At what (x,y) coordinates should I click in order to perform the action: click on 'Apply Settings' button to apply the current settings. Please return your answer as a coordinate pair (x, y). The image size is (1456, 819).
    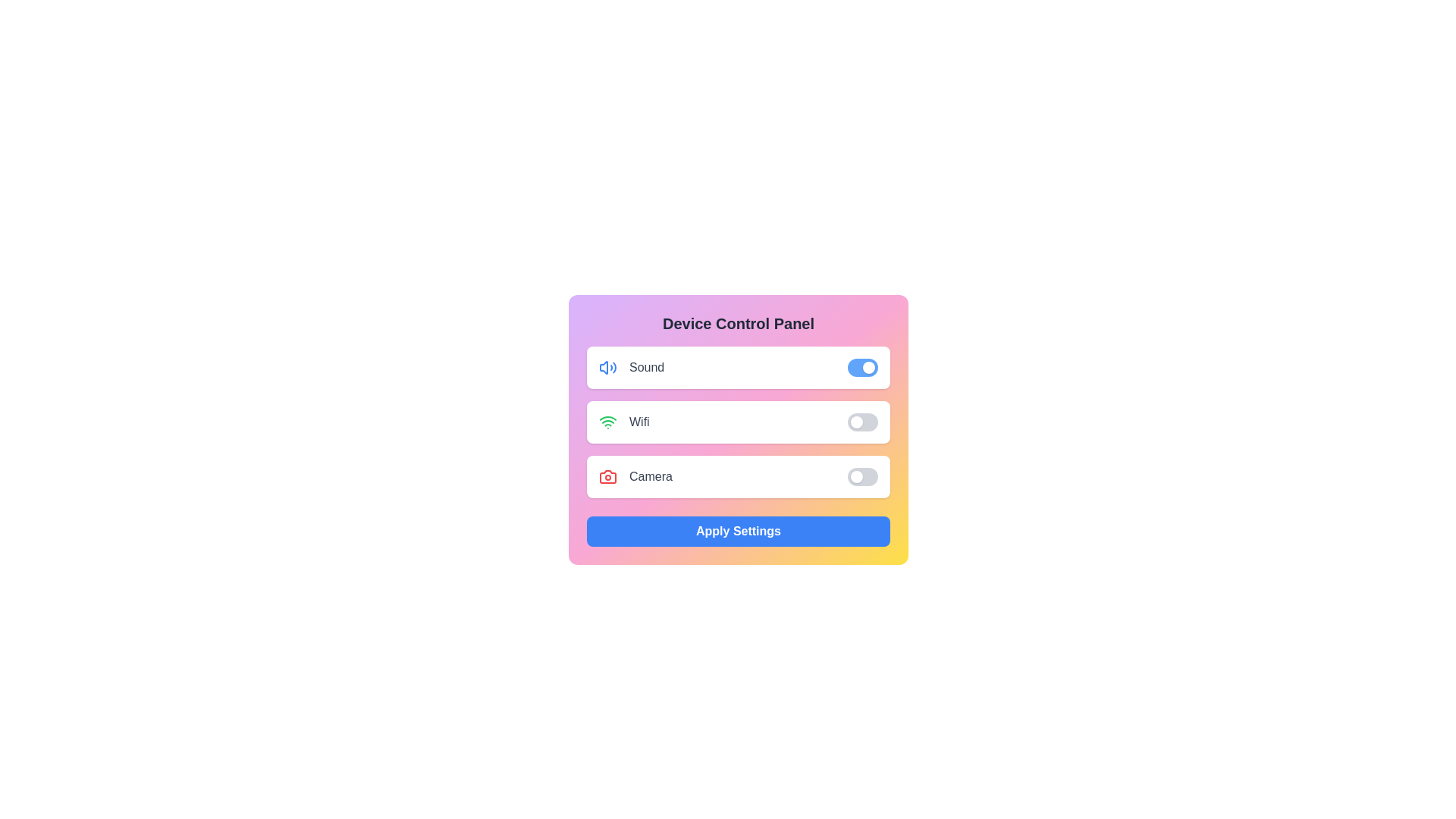
    Looking at the image, I should click on (739, 531).